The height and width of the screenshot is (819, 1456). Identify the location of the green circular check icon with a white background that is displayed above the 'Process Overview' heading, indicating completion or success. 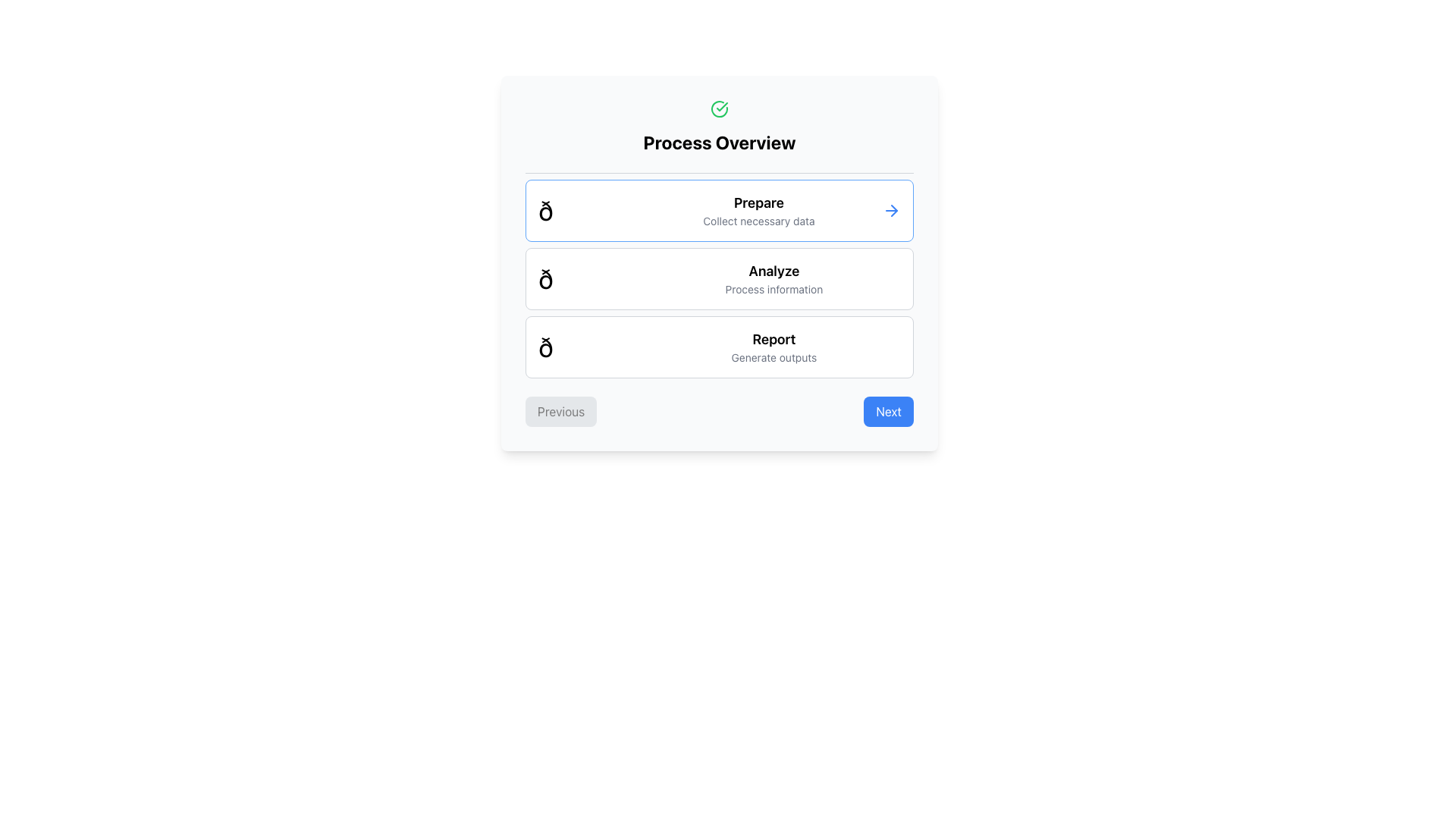
(719, 108).